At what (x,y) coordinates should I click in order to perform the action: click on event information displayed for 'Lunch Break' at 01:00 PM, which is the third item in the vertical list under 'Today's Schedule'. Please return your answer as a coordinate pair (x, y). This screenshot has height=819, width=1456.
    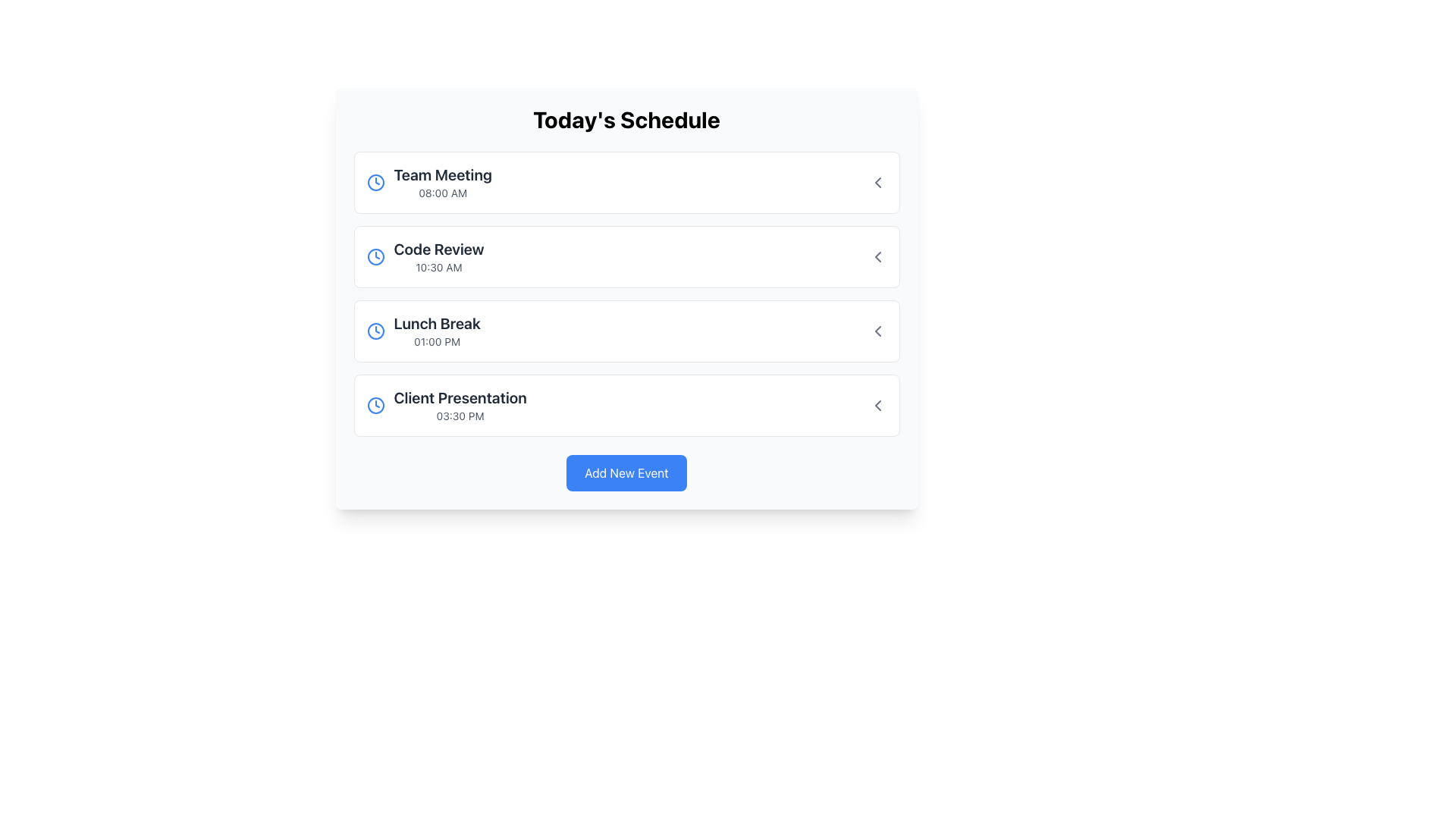
    Looking at the image, I should click on (423, 330).